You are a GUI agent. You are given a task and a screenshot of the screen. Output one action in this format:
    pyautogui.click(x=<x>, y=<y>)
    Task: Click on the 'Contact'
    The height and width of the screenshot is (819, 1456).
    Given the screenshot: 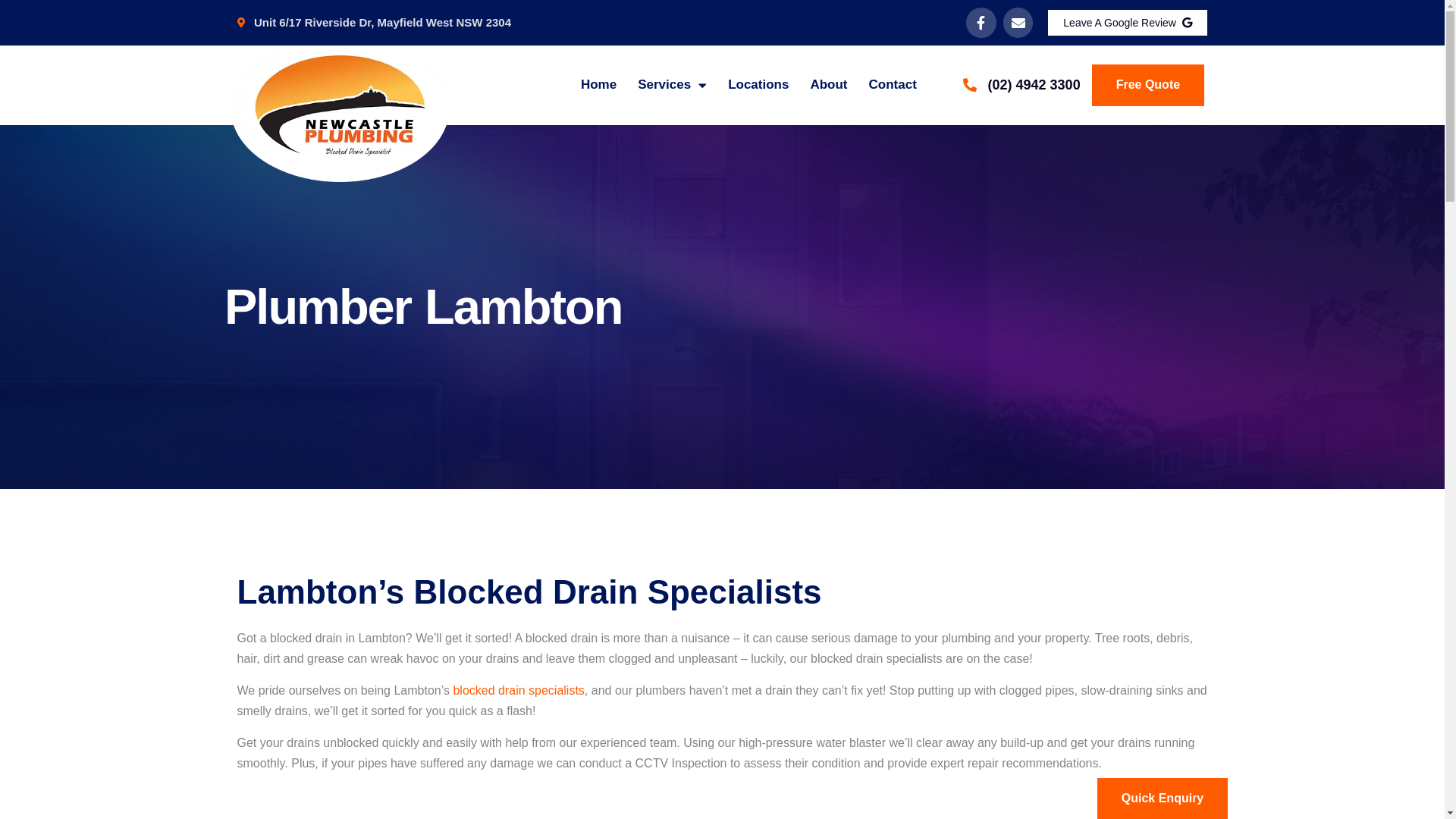 What is the action you would take?
    pyautogui.click(x=893, y=84)
    